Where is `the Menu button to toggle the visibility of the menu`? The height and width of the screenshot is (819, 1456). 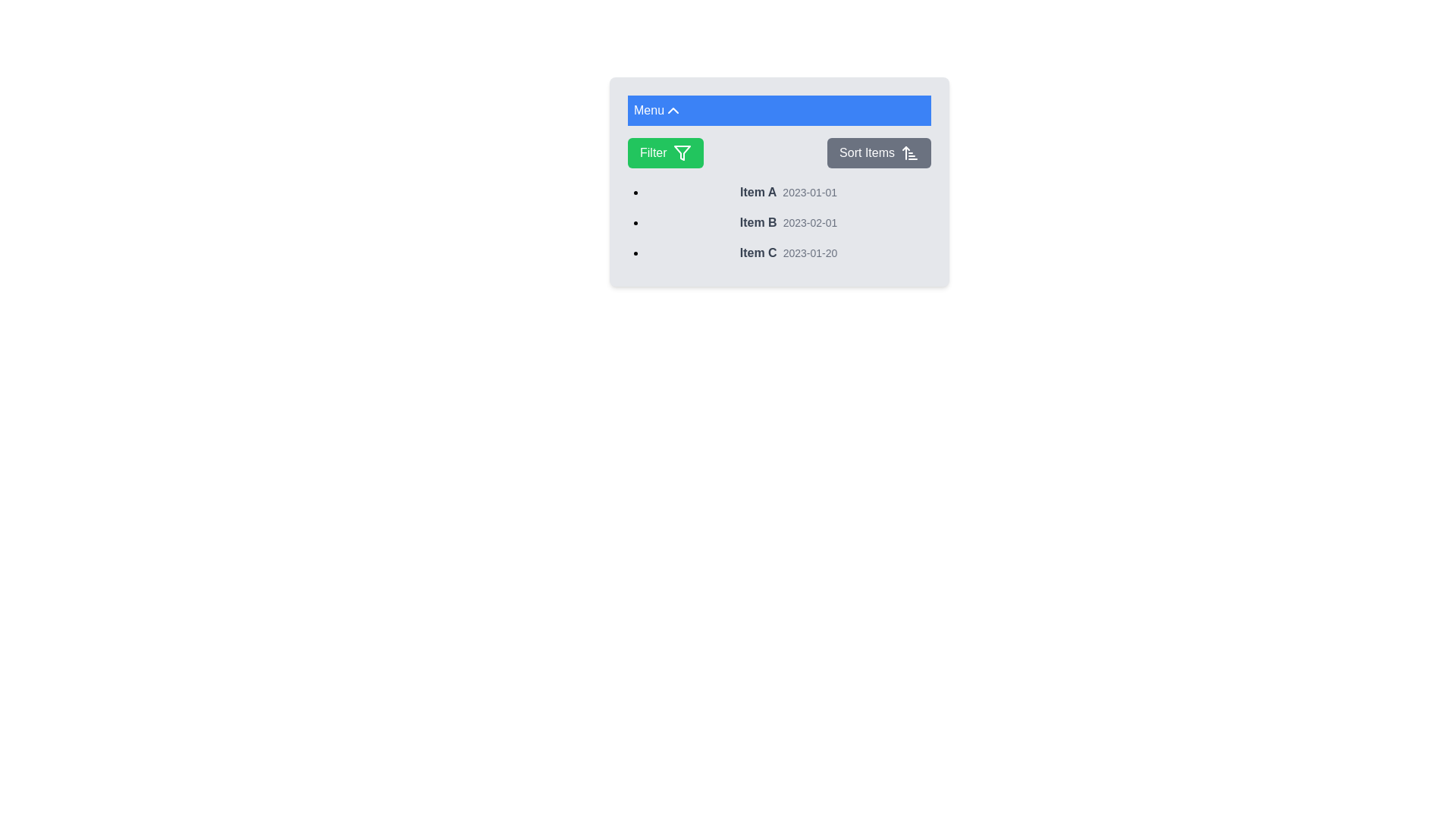
the Menu button to toggle the visibility of the menu is located at coordinates (779, 110).